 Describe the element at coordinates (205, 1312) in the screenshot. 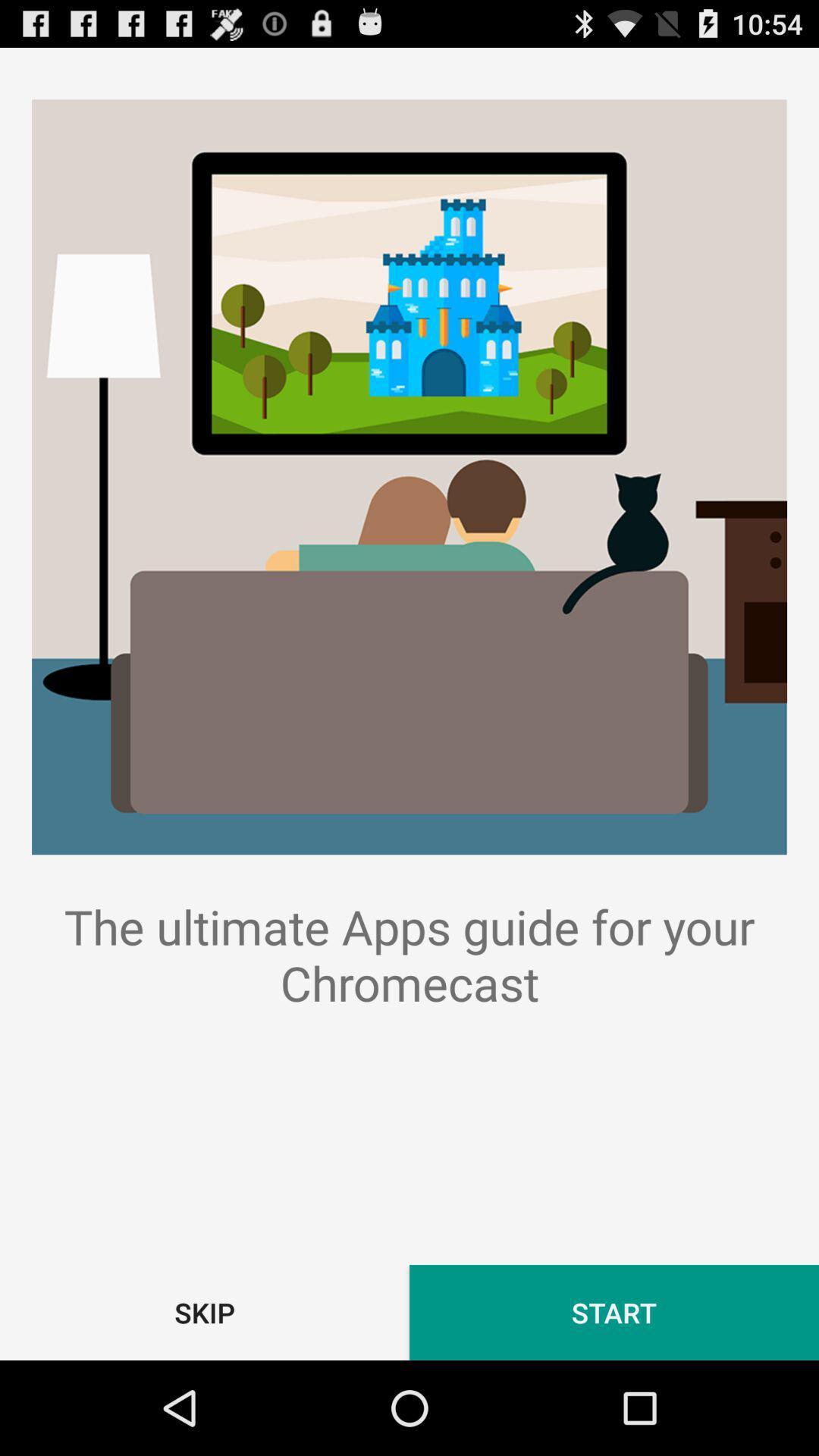

I see `the skip button` at that location.